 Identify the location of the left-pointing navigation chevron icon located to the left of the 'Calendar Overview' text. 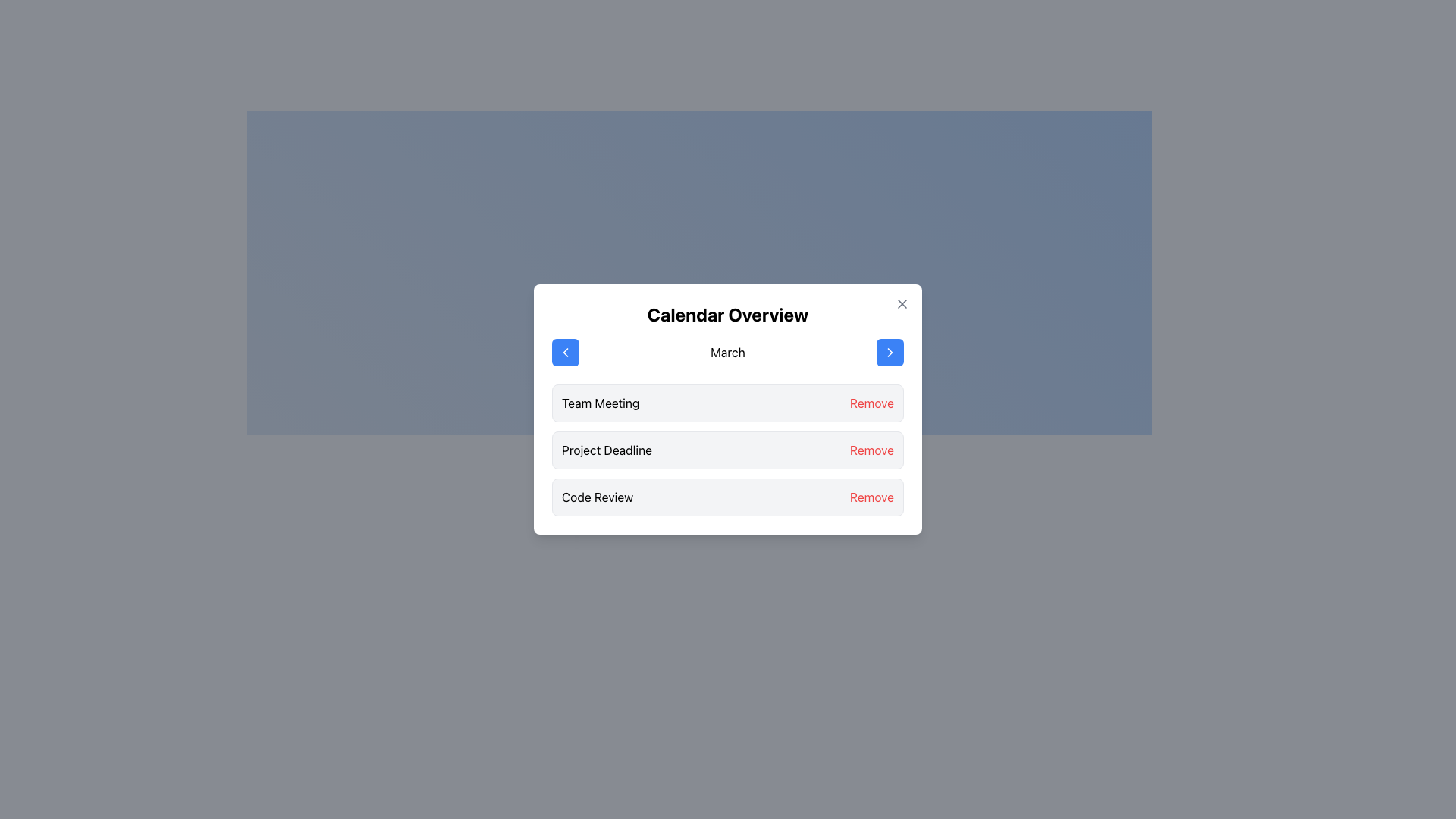
(564, 353).